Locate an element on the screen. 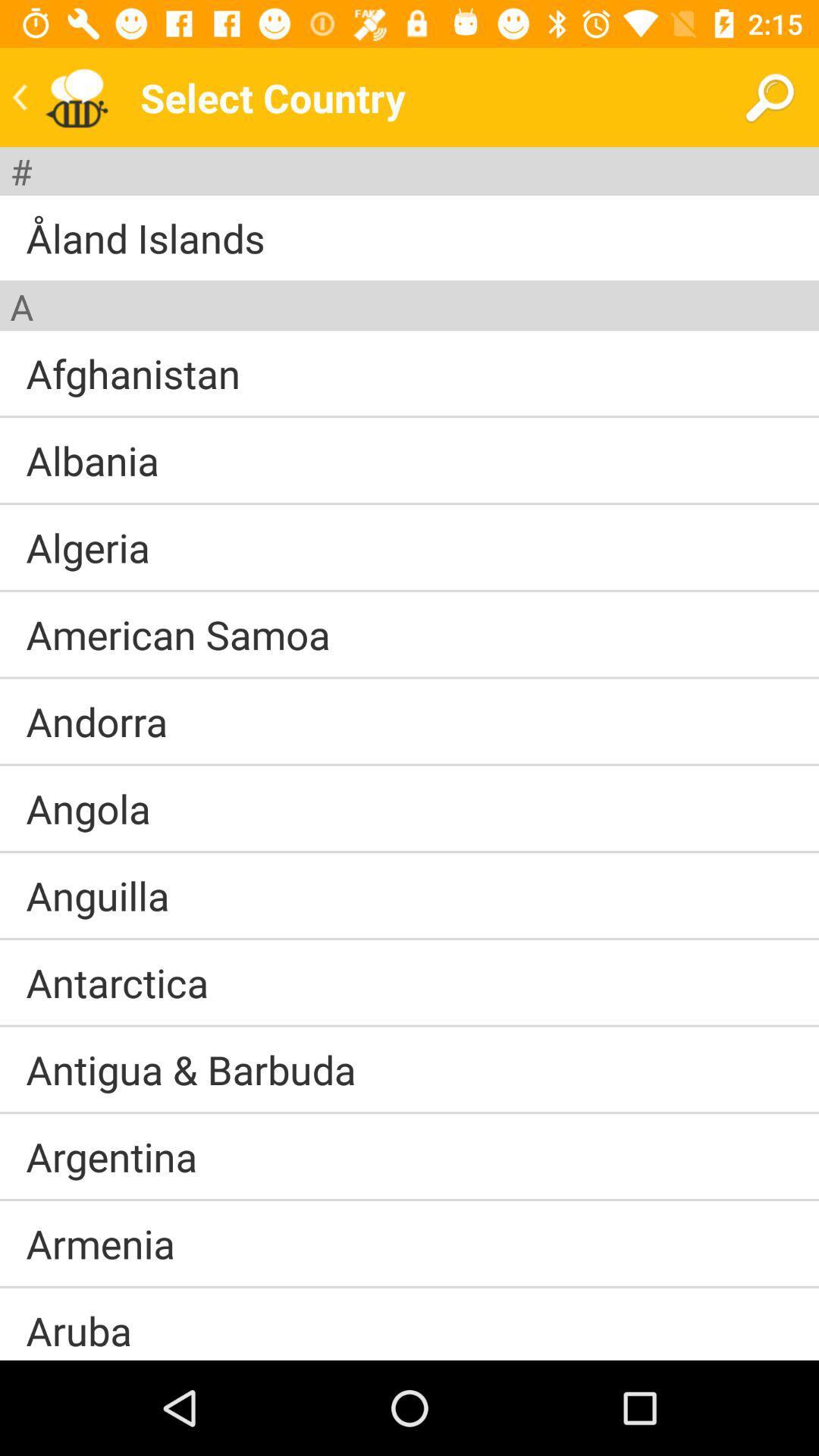  the item above aruba icon is located at coordinates (409, 1286).